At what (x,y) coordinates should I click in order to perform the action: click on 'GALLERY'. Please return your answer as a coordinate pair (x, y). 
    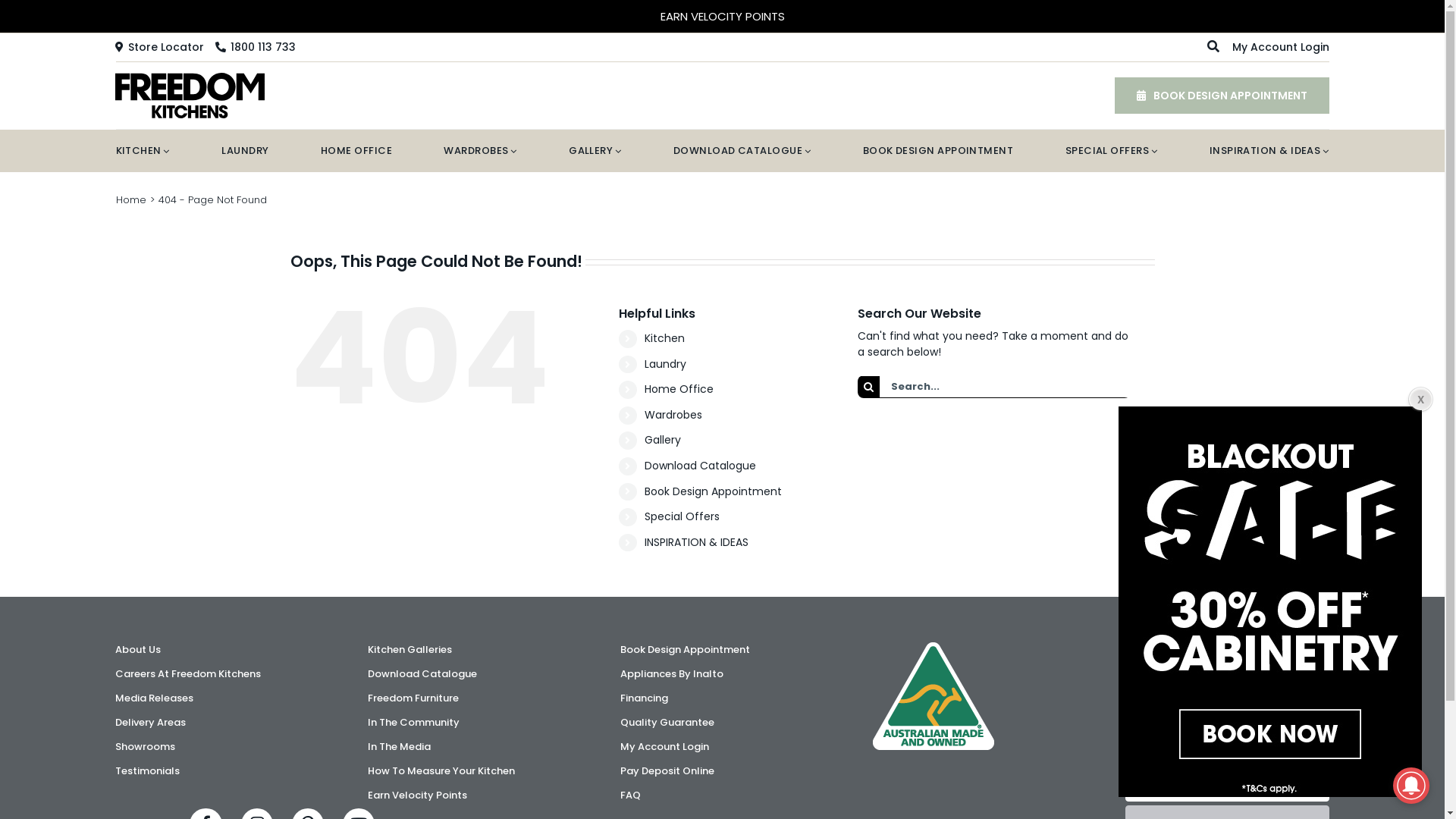
    Looking at the image, I should click on (594, 151).